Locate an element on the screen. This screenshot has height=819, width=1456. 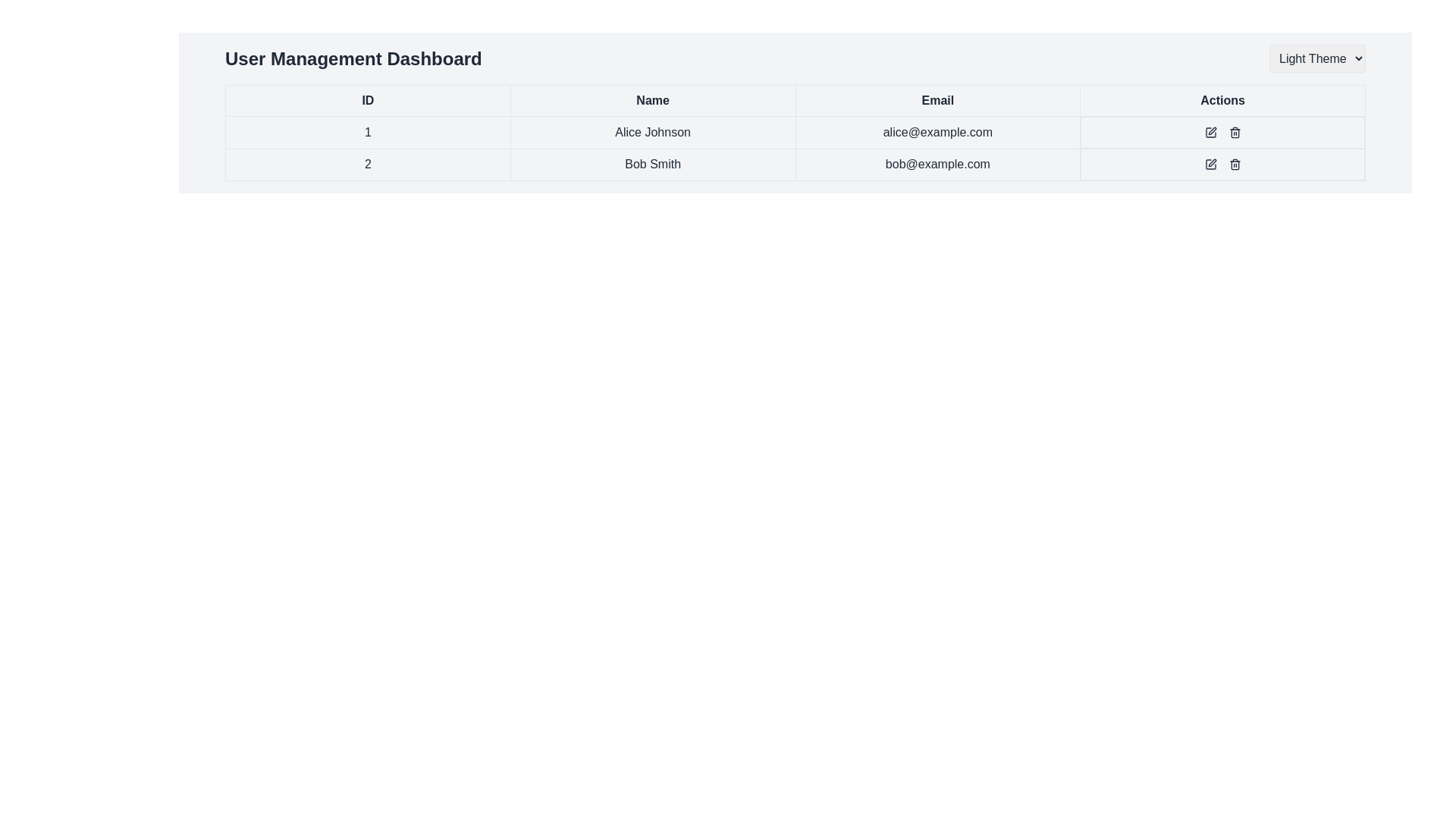
the second row of the user information table to interact with the edit or delete icons is located at coordinates (795, 164).